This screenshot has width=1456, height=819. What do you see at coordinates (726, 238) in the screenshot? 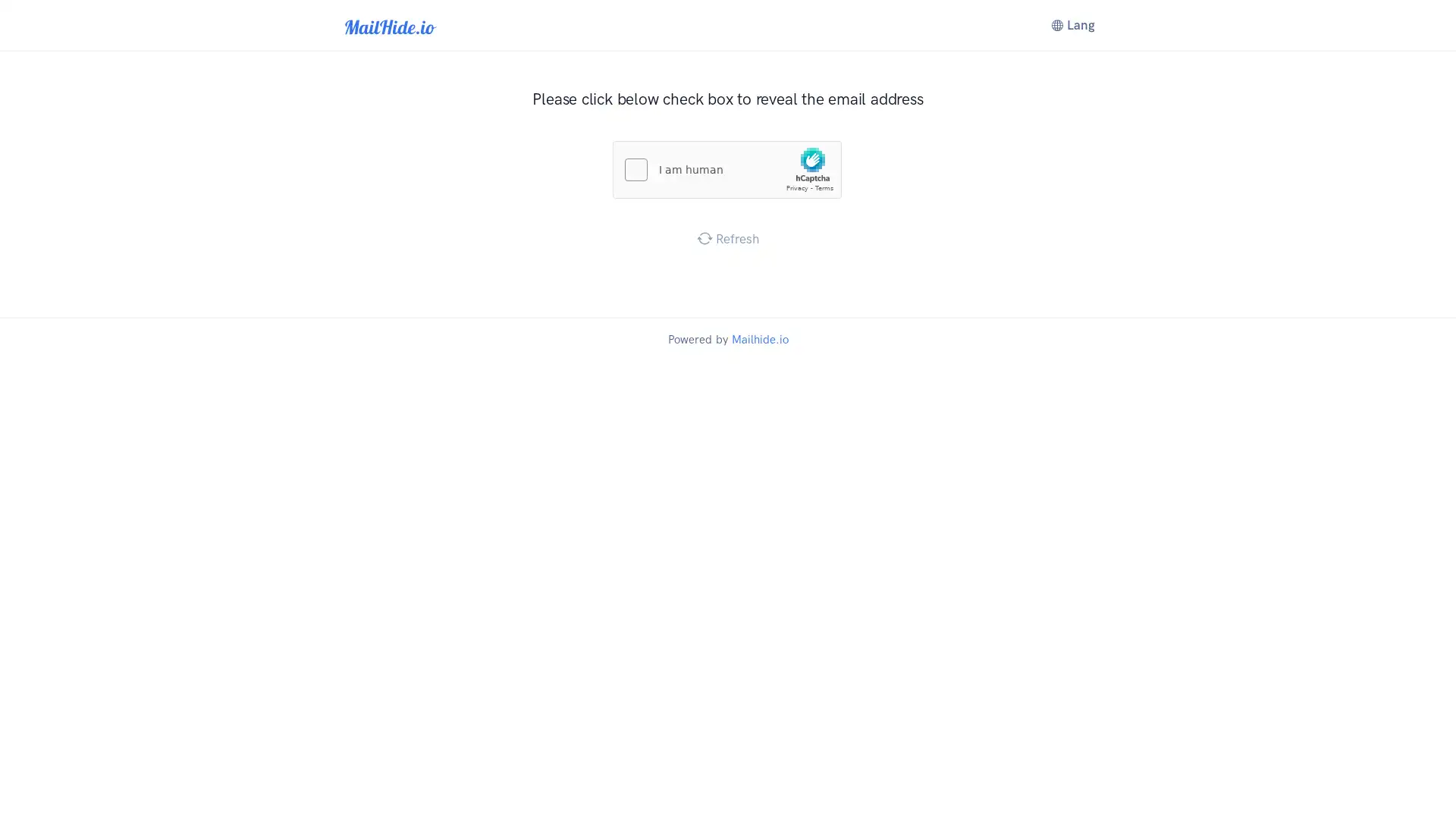
I see `Refresh` at bounding box center [726, 238].